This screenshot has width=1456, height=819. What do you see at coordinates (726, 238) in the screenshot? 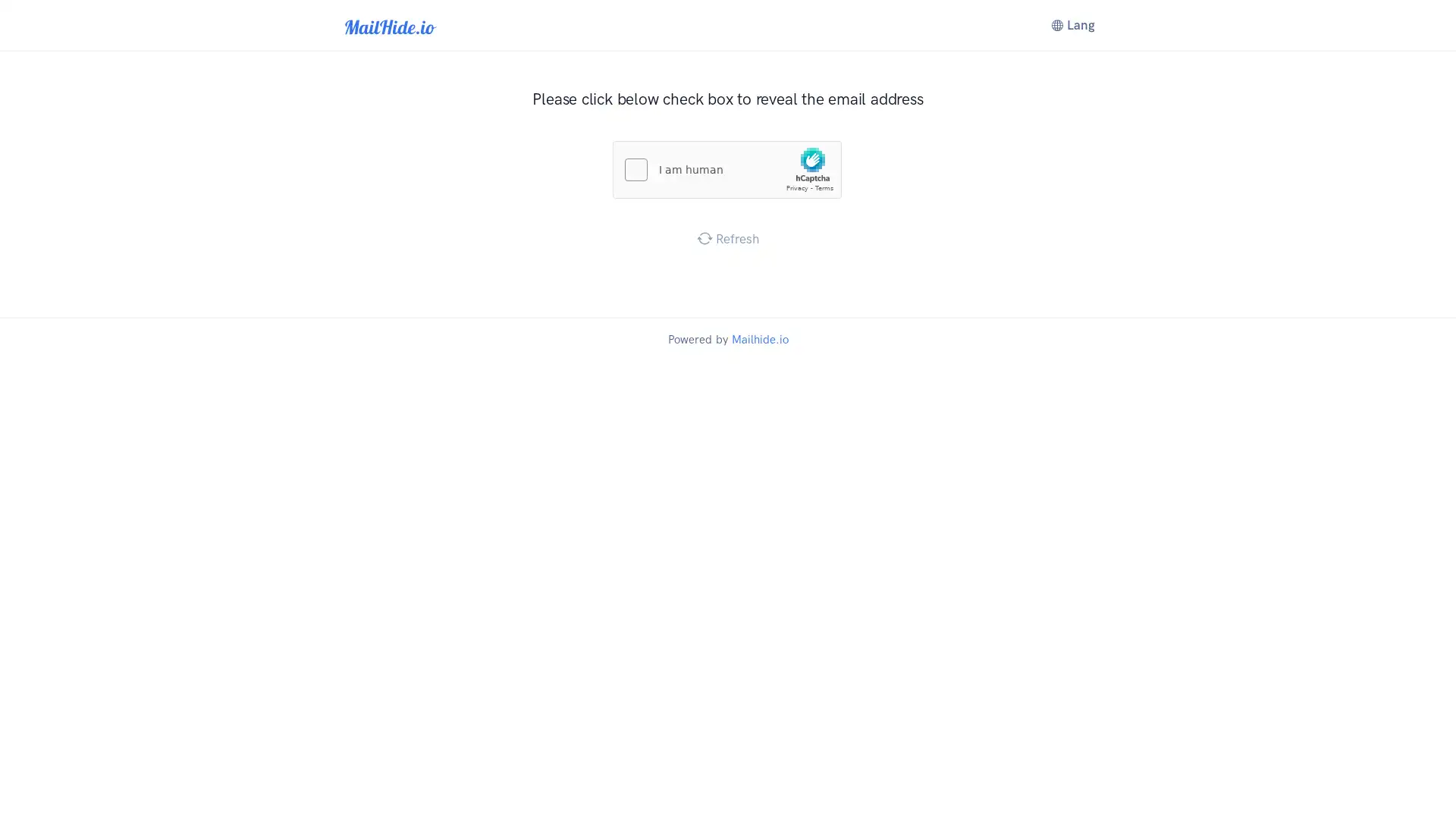
I see `Refresh` at bounding box center [726, 238].